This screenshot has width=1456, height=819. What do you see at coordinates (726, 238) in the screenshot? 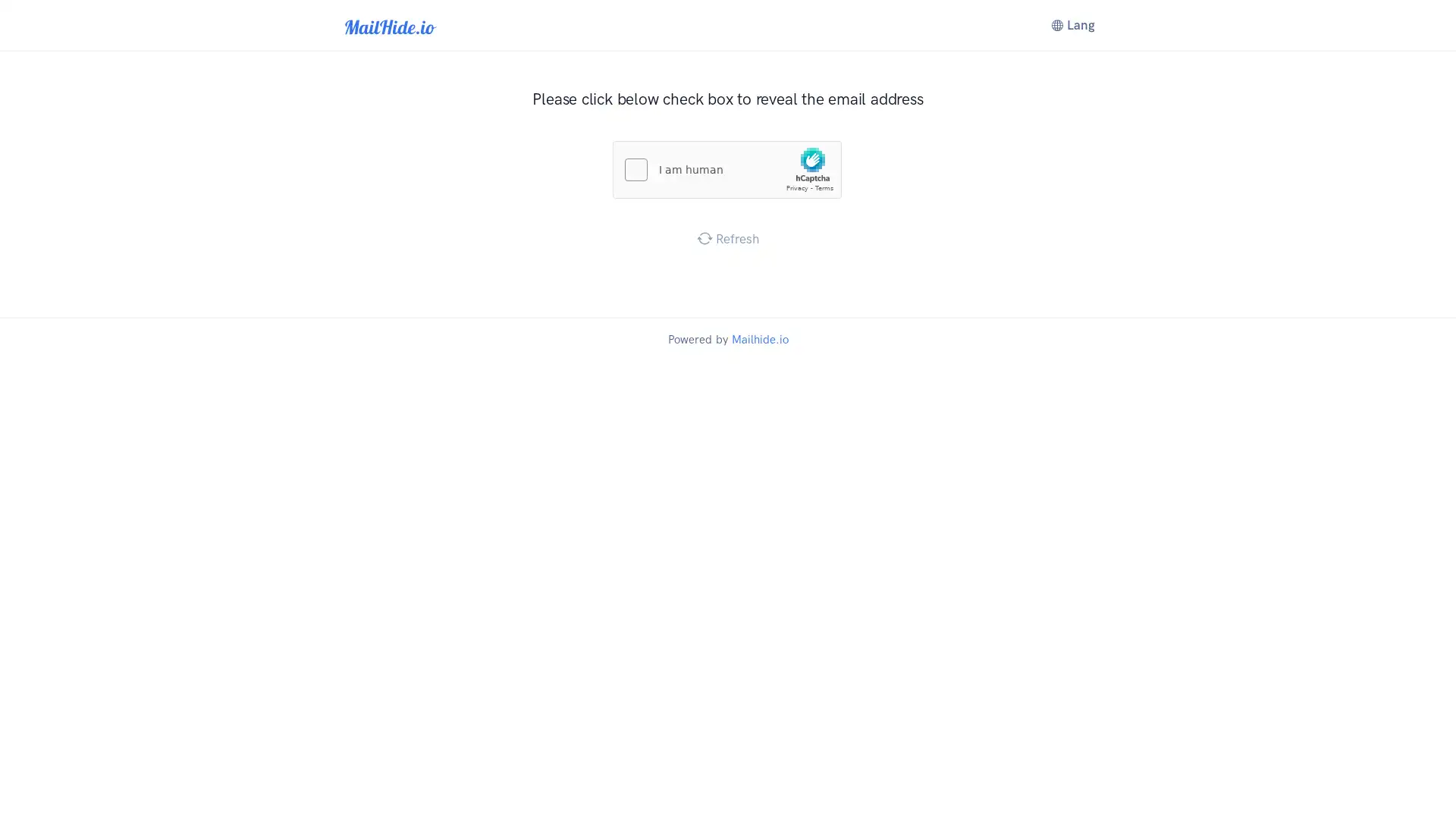
I see `Refresh` at bounding box center [726, 238].